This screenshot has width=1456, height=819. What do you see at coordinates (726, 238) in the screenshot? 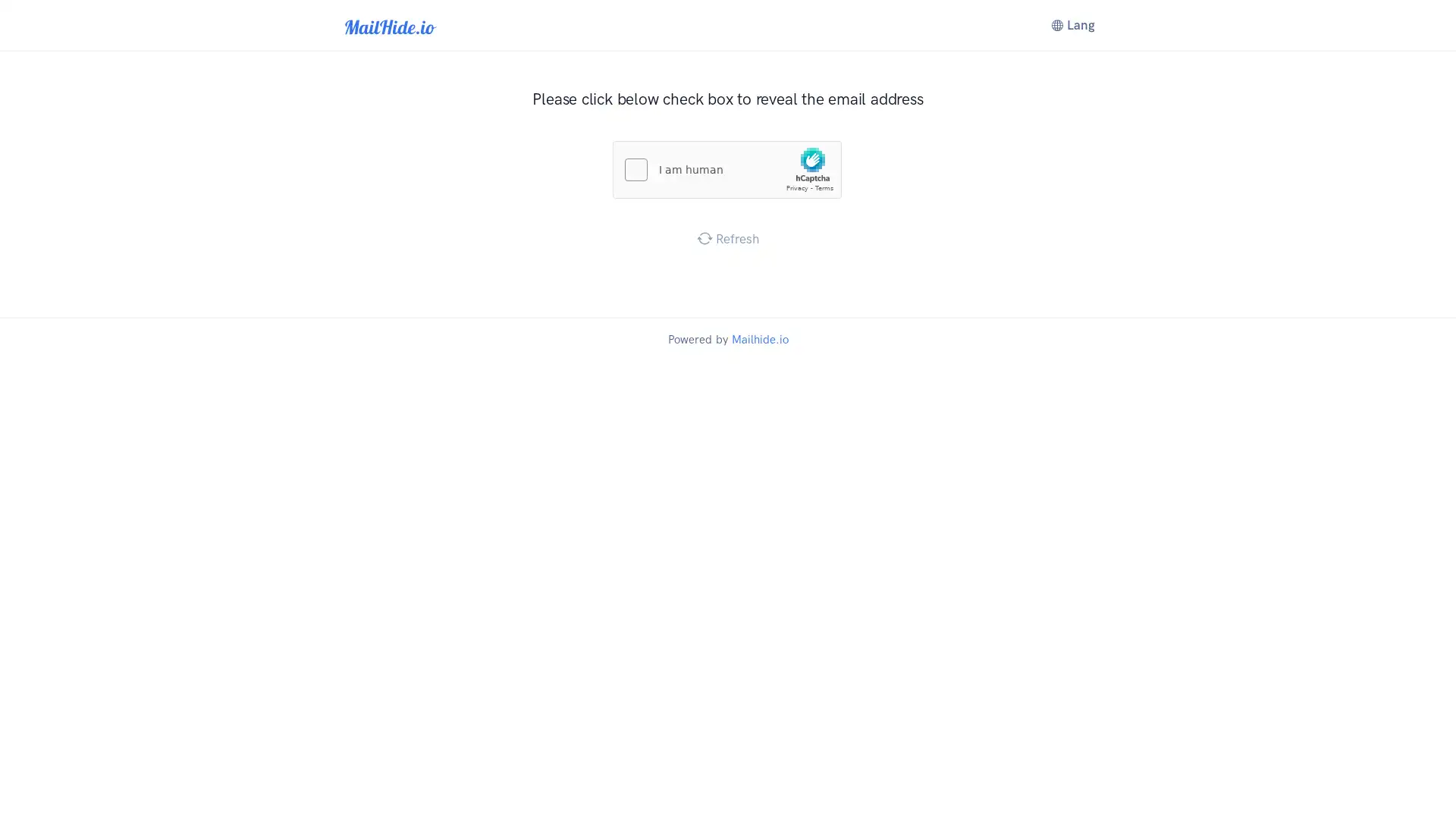
I see `Refresh` at bounding box center [726, 238].